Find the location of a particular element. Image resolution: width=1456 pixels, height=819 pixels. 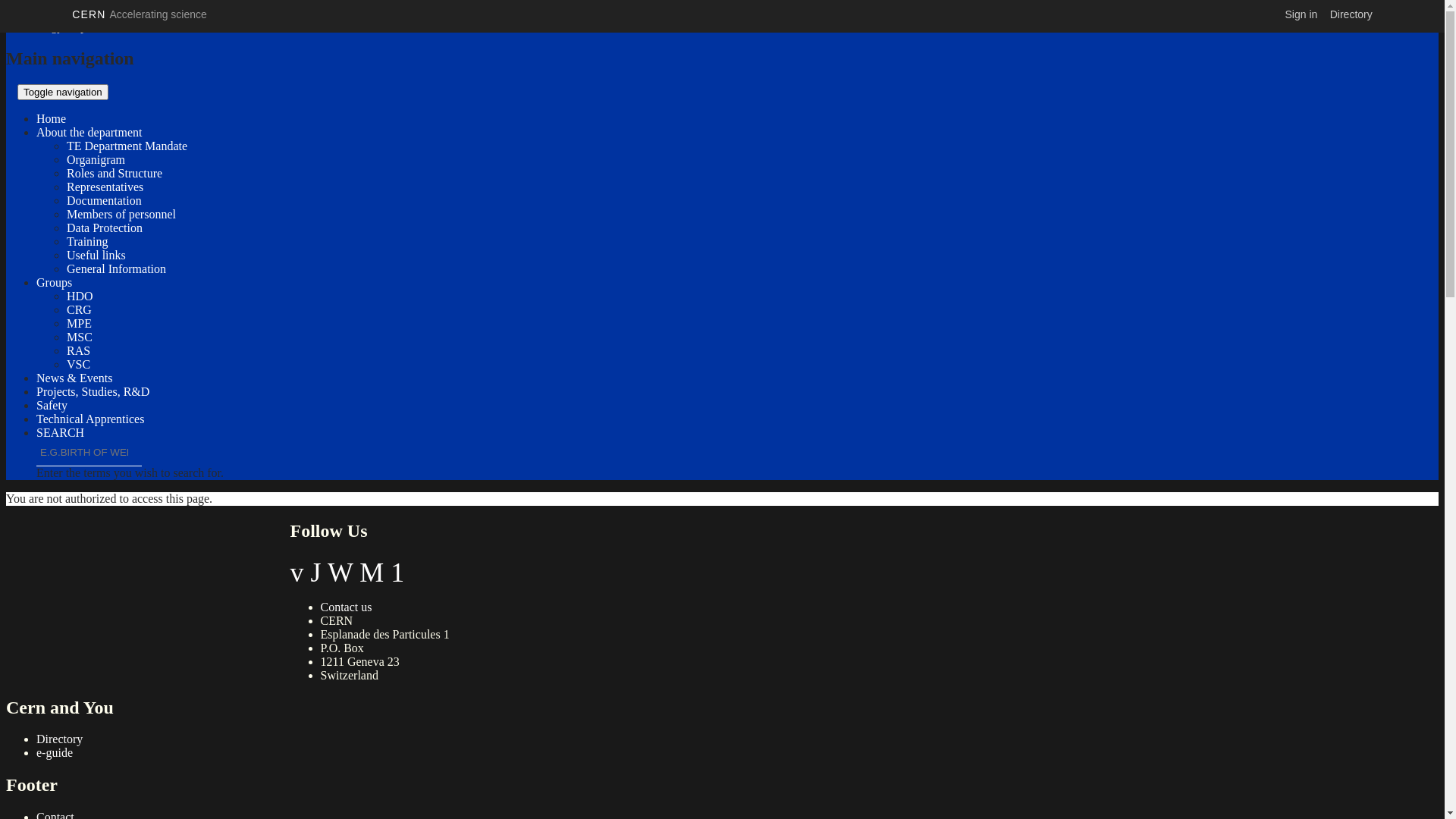

'Organigram' is located at coordinates (95, 159).